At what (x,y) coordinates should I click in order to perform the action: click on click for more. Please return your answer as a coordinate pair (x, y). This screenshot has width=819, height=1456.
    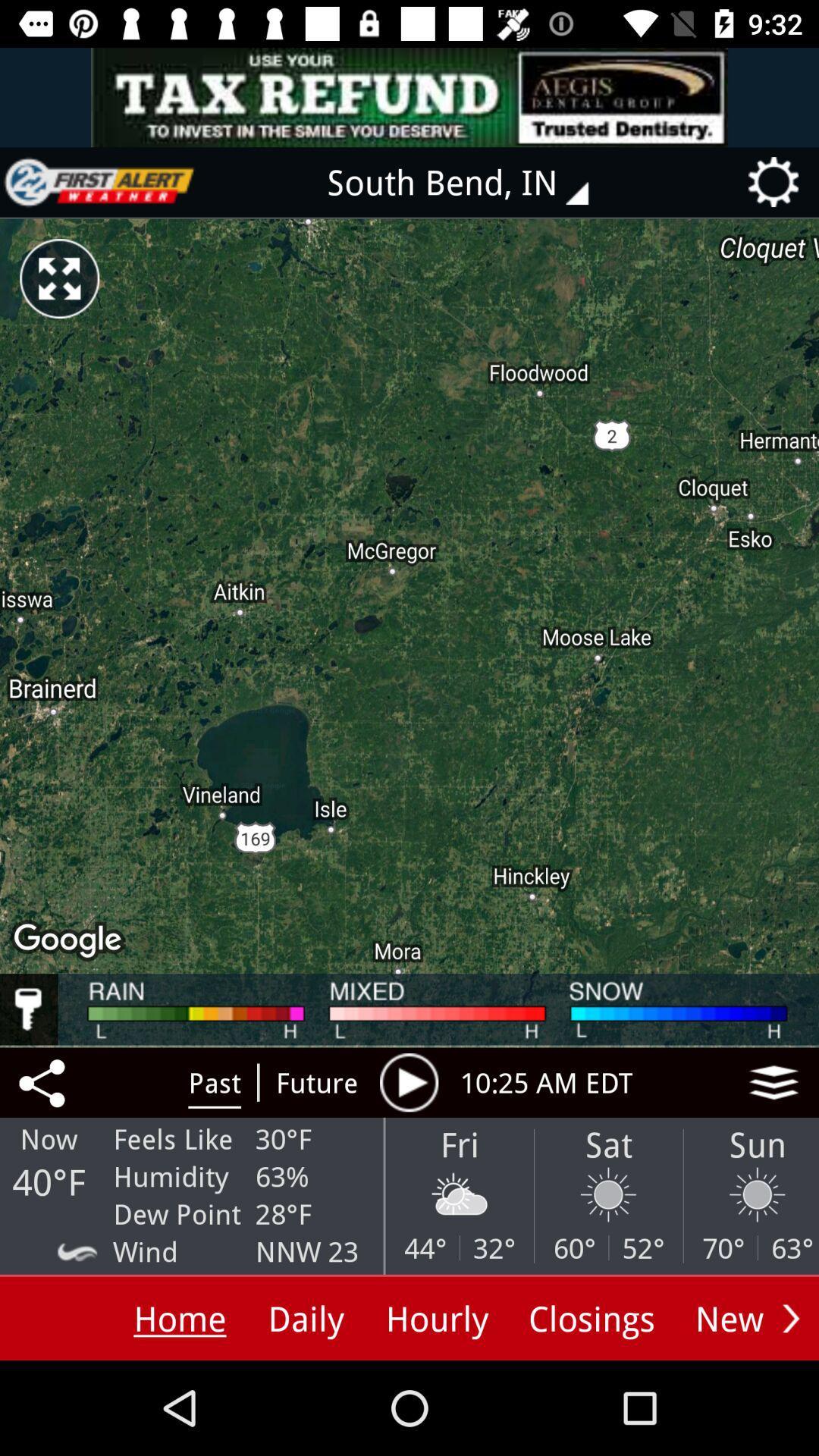
    Looking at the image, I should click on (773, 1081).